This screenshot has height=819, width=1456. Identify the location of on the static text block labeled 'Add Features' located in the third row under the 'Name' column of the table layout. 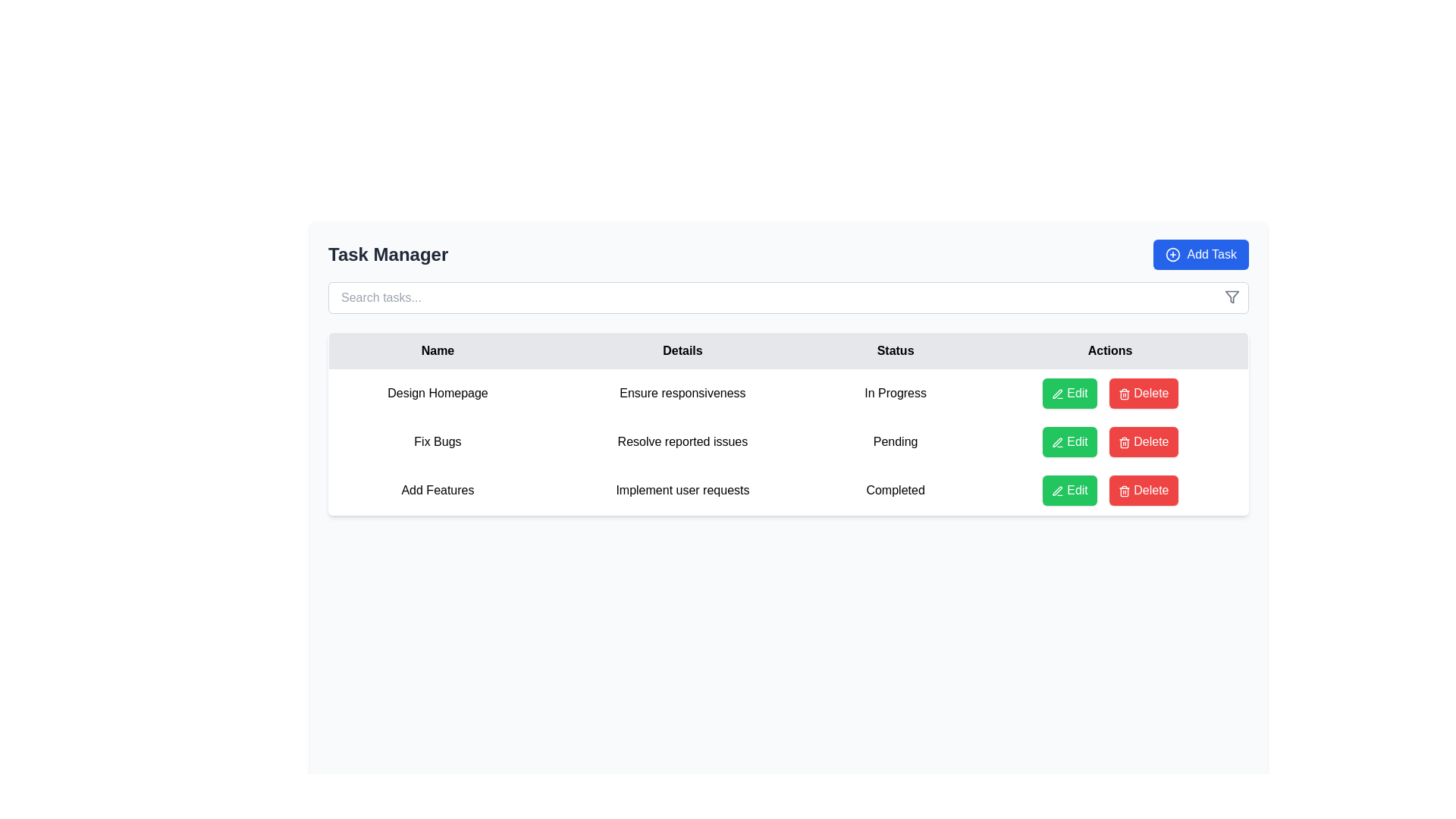
(436, 491).